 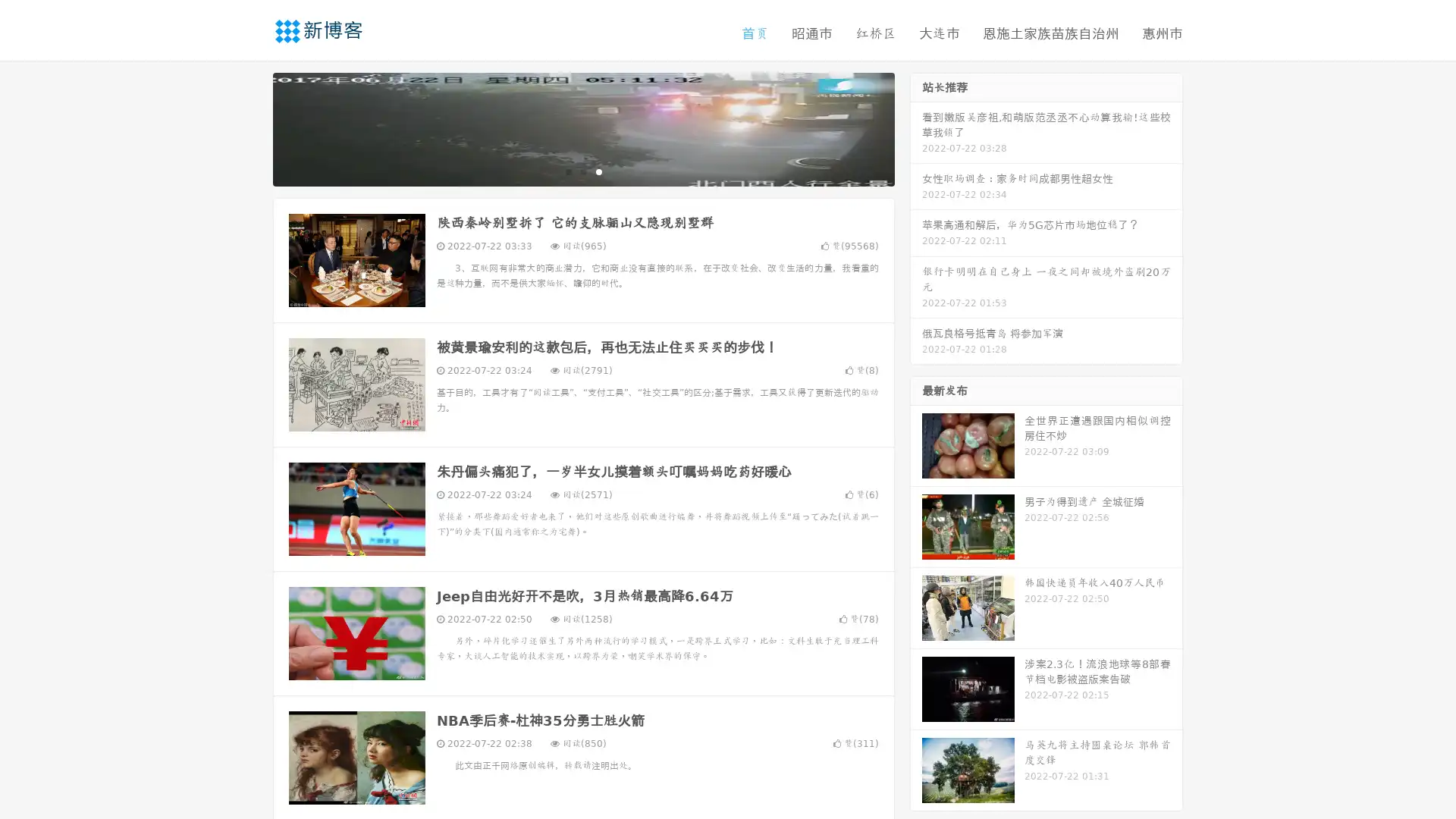 I want to click on Previous slide, so click(x=250, y=127).